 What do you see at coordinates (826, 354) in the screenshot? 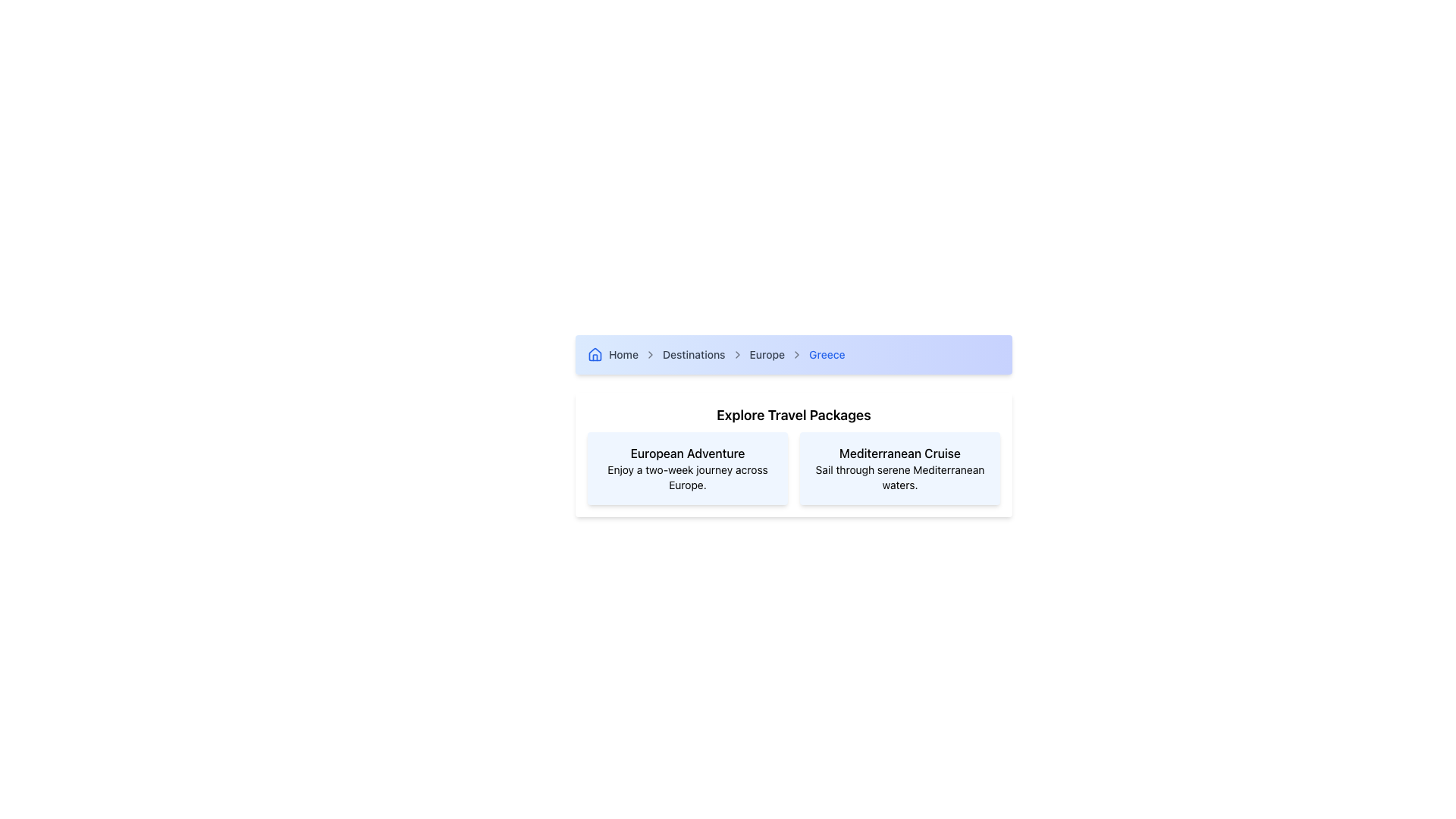
I see `the Breadcrumb Label, which is the last item in the breadcrumb navigation bar, positioned to the right of the 'Europe' breadcrumb item` at bounding box center [826, 354].